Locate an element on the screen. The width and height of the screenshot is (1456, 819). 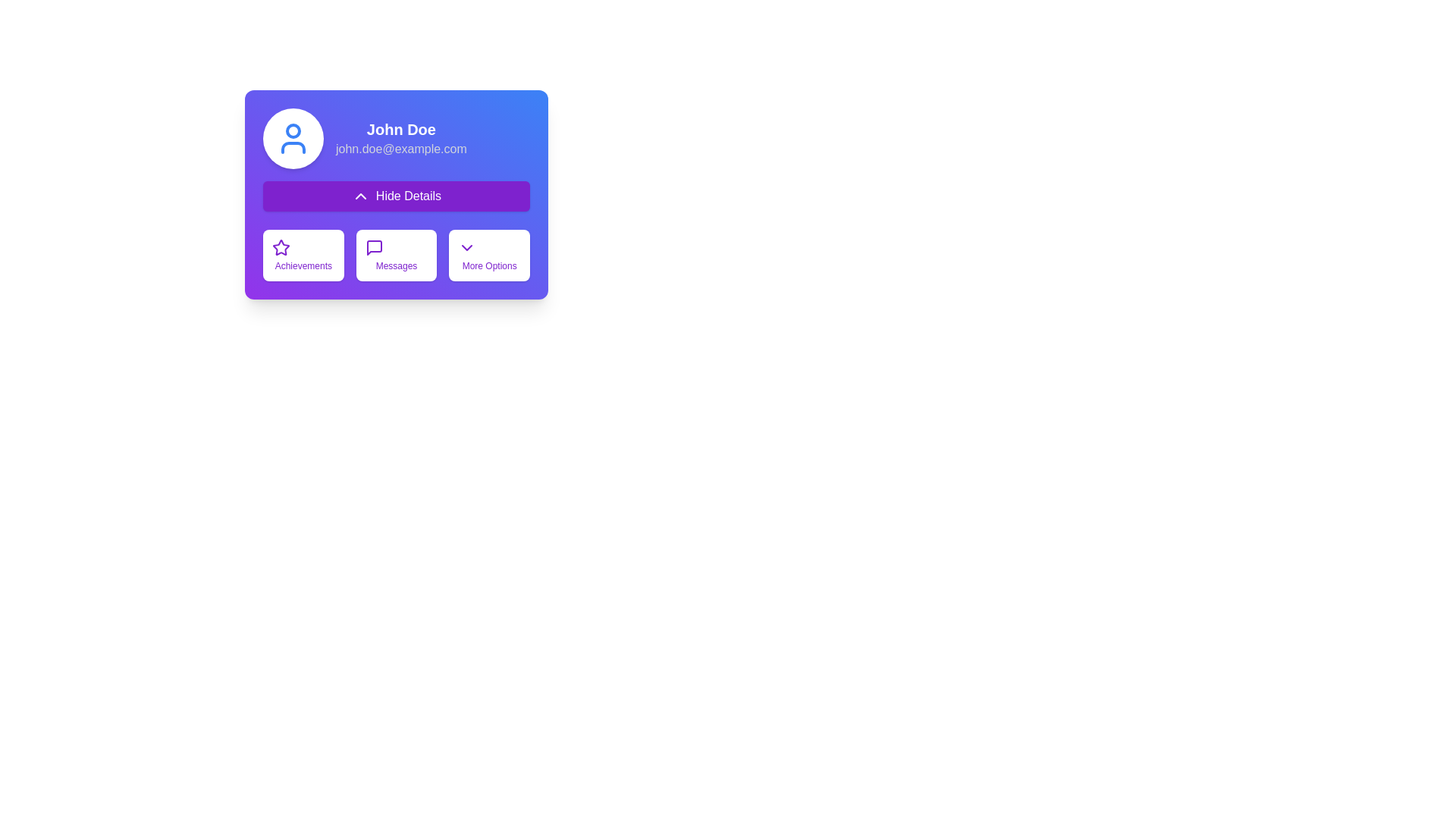
the circular profile icon element located at the top half of the user icon, which is represented by a small concentric circle is located at coordinates (293, 130).